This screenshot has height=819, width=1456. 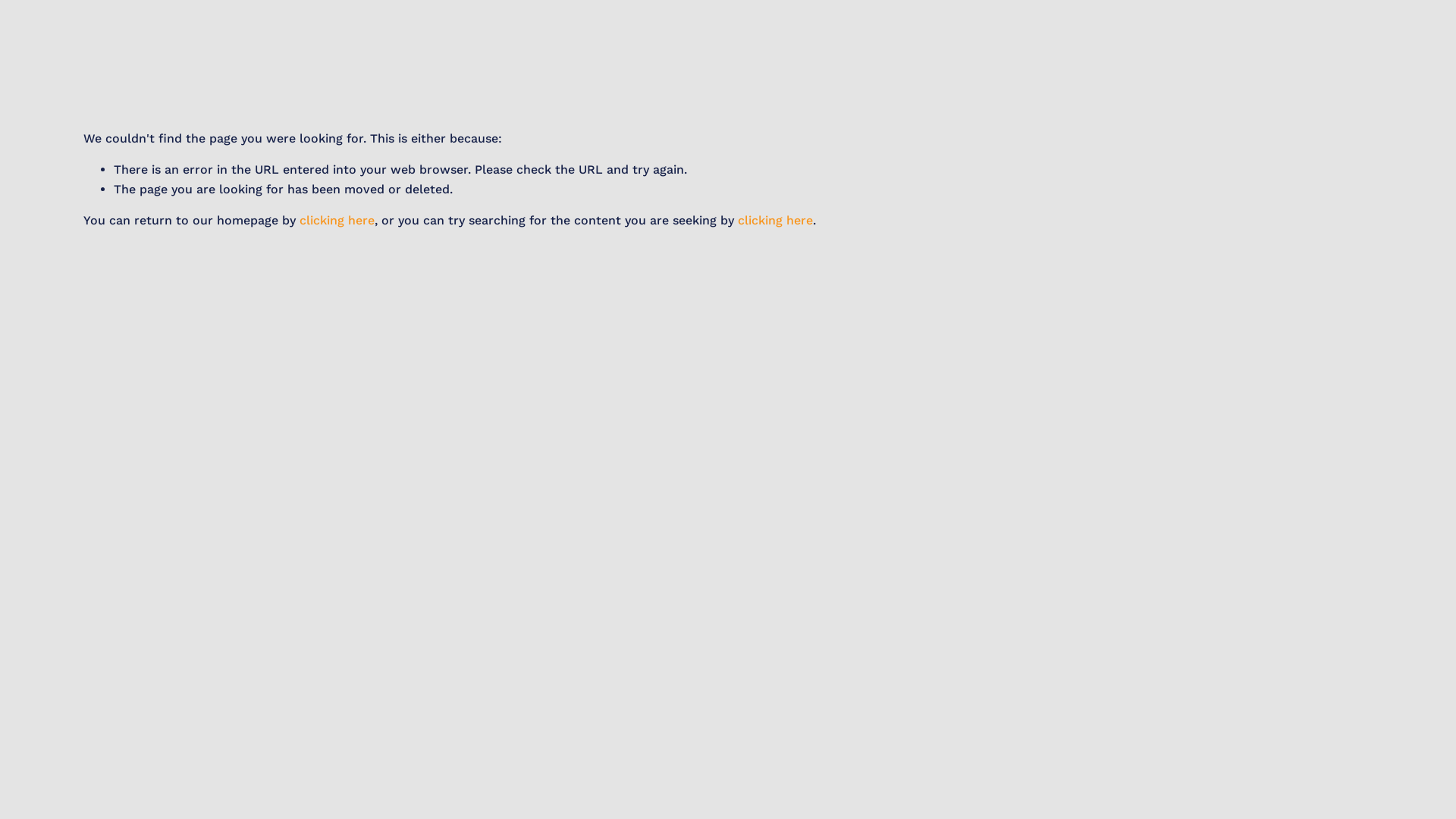 I want to click on 'clicking here', so click(x=299, y=220).